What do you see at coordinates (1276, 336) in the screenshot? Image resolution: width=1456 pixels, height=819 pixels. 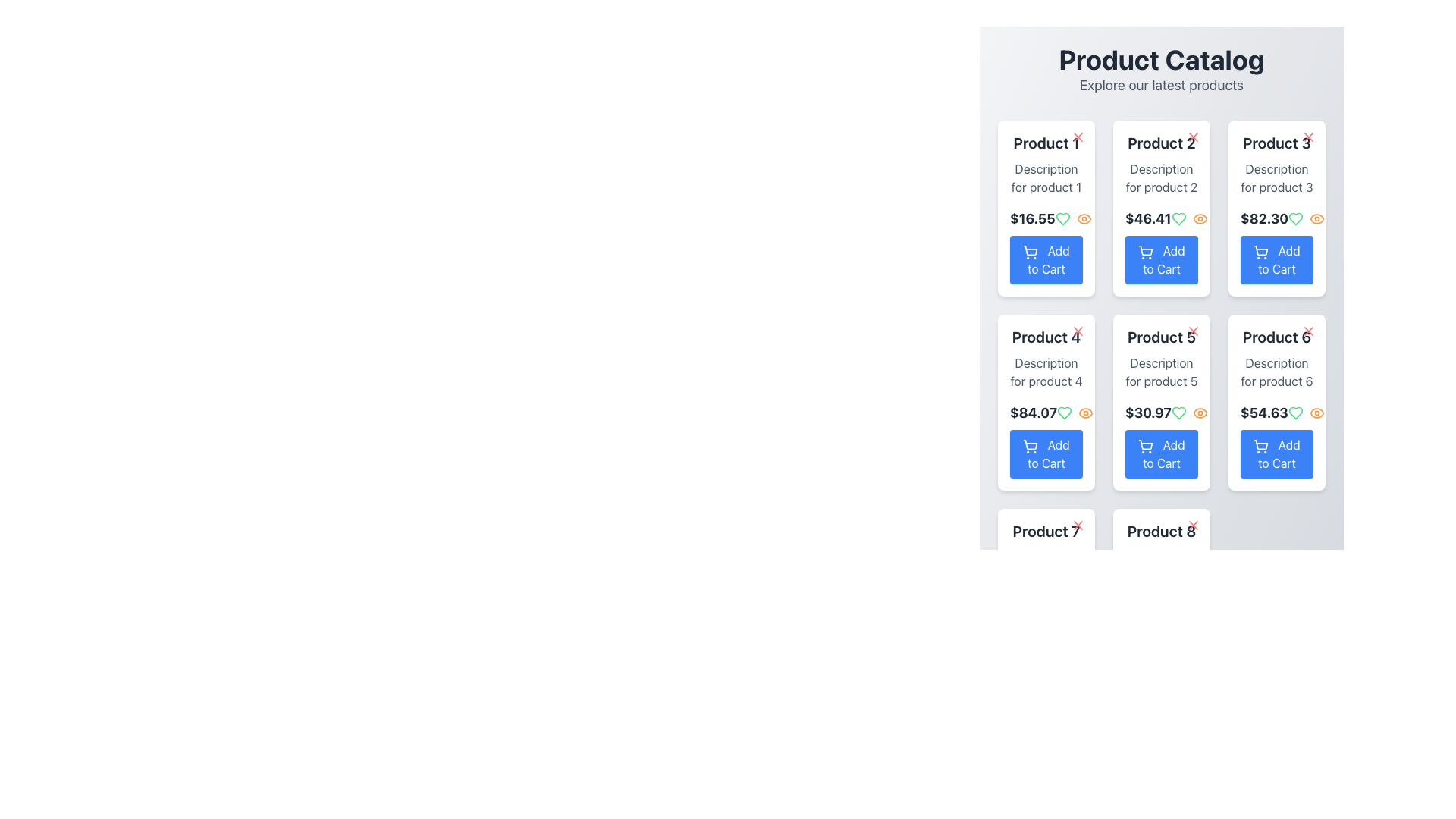 I see `the text element that reads 'Product 6', which is in bold, large font with a dark gray color, located at the top of the product information card in the rightmost column of the second row in the product grid` at bounding box center [1276, 336].